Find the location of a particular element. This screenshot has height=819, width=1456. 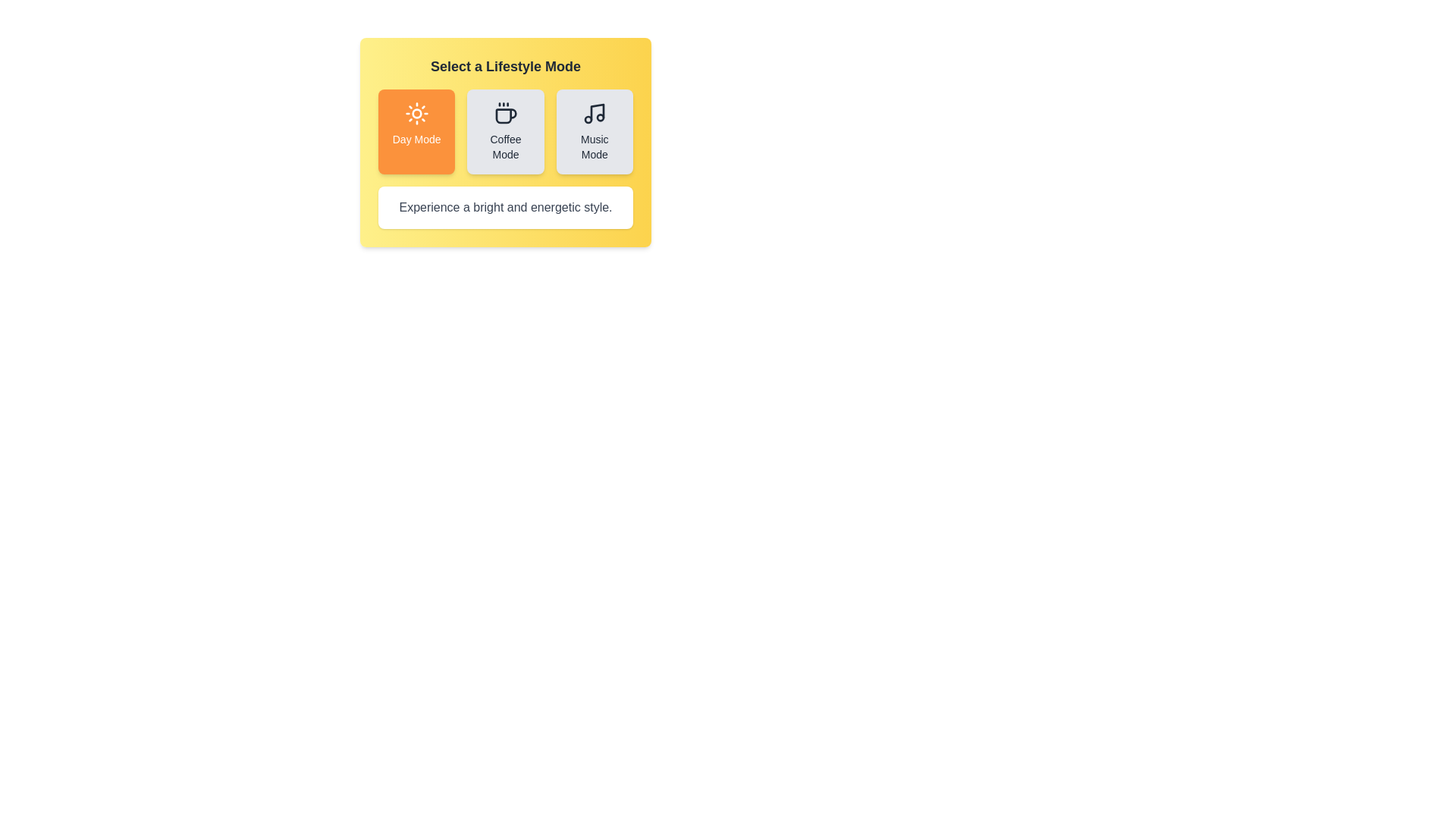

the button corresponding to Day is located at coordinates (416, 130).